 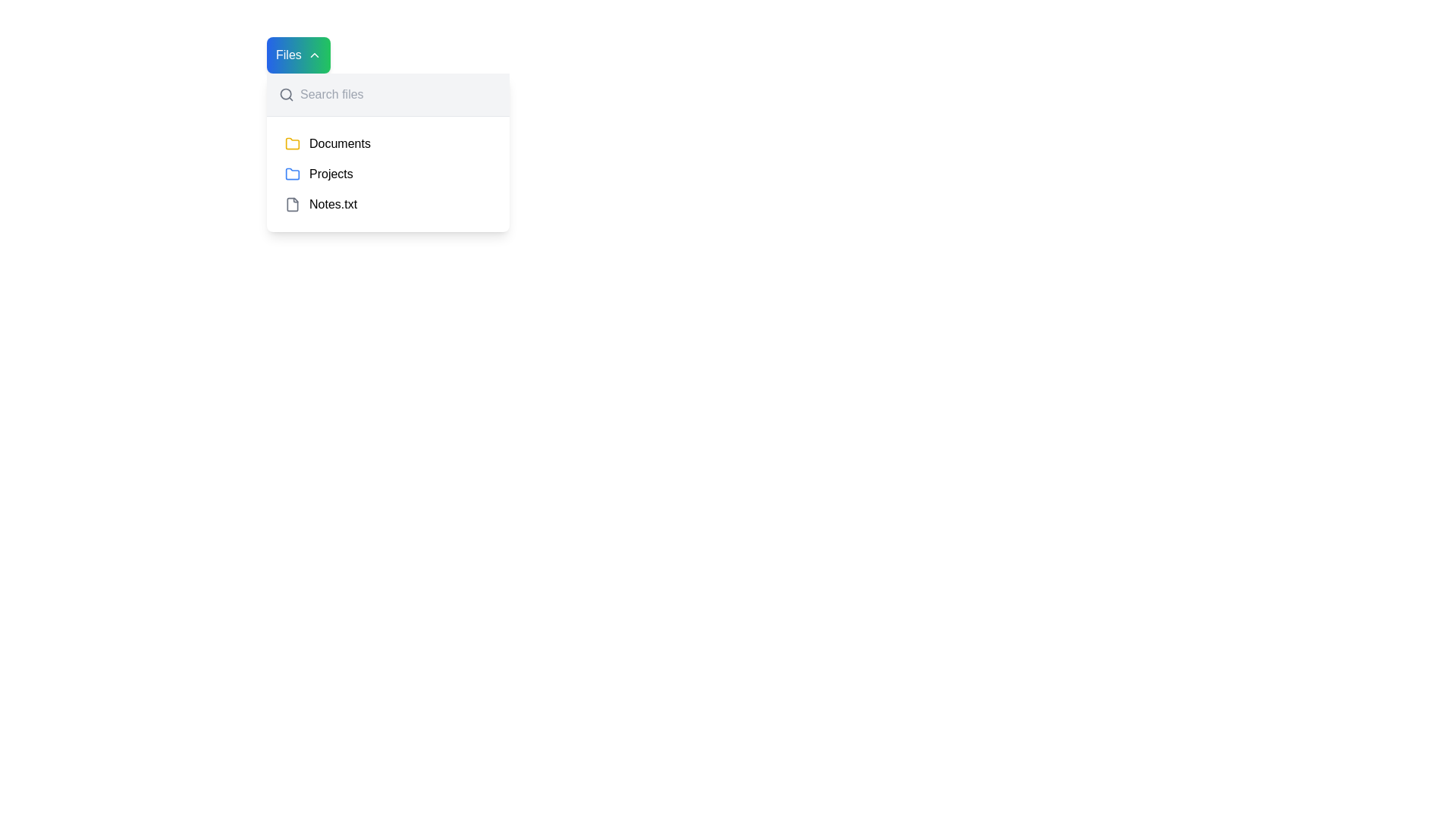 I want to click on the 'Projects' list item, which is the second item in the vertical list below the 'Files' search bar, so click(x=388, y=174).